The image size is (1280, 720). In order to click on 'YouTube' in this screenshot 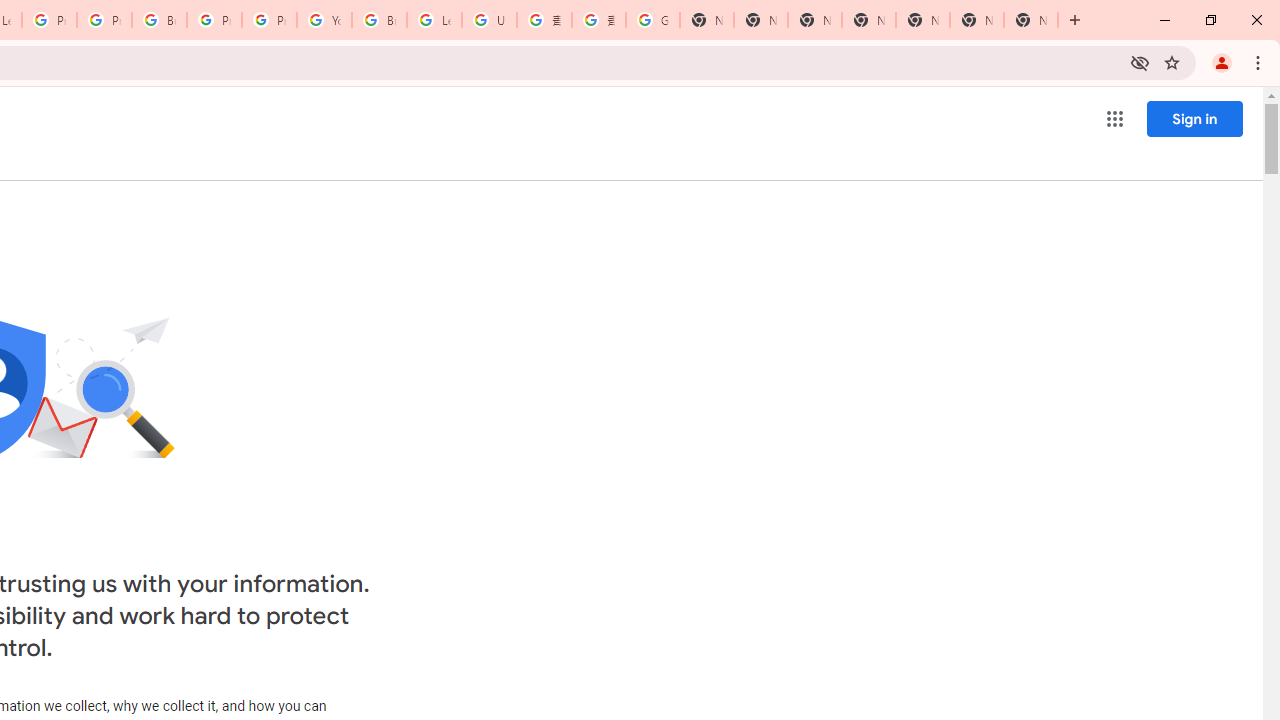, I will do `click(324, 20)`.